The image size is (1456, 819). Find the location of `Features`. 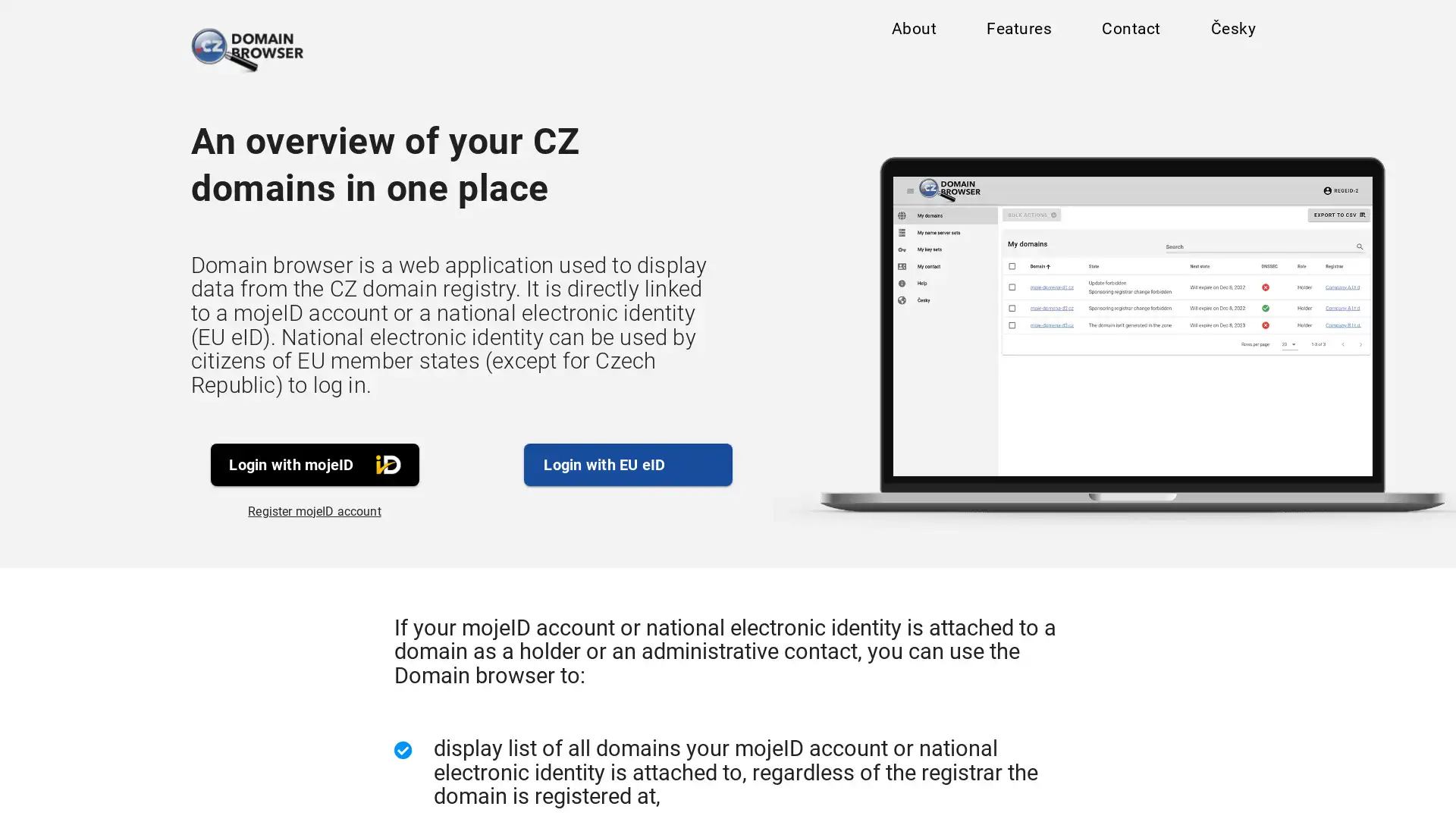

Features is located at coordinates (1018, 32).